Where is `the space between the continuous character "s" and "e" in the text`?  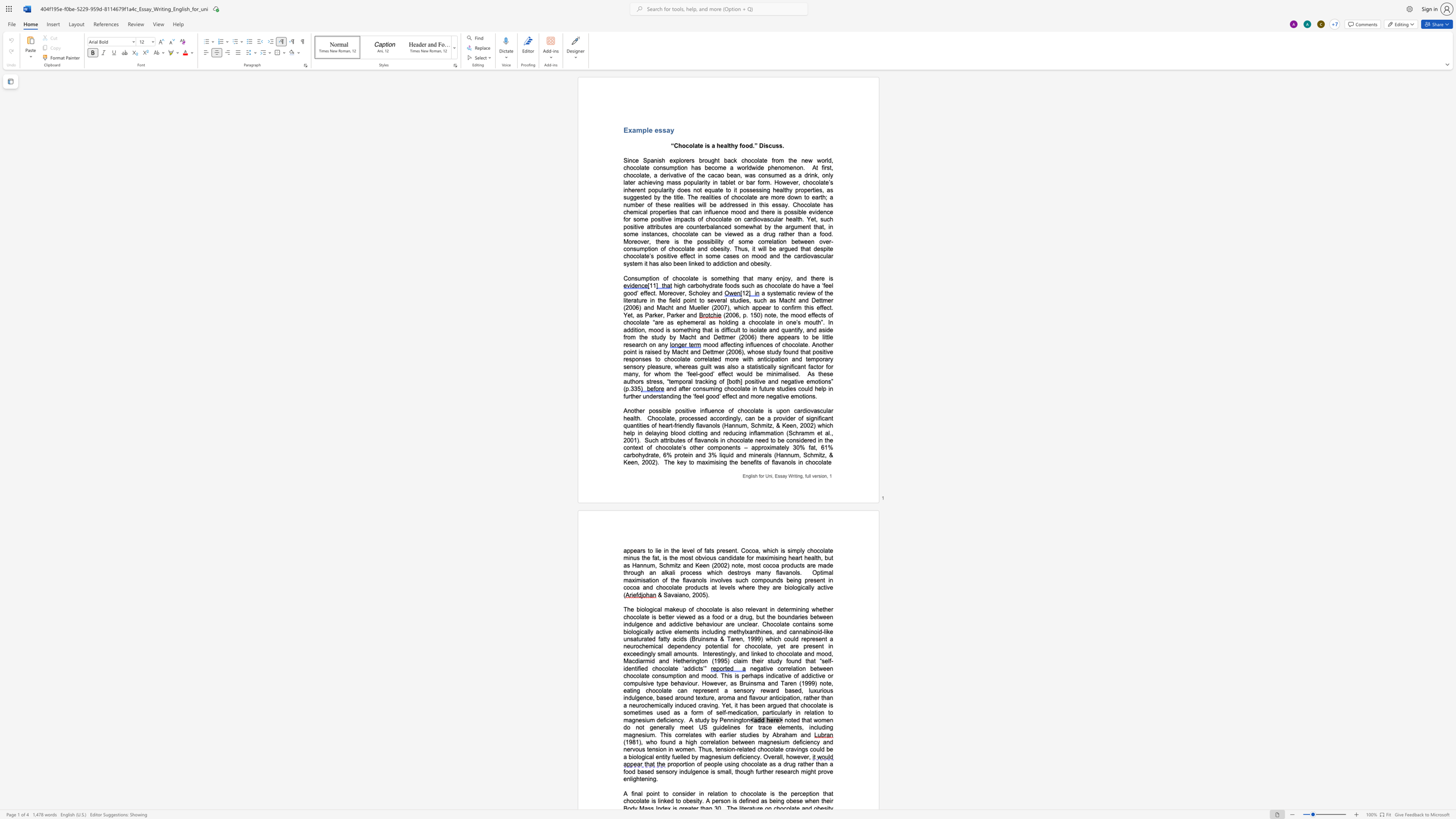
the space between the continuous character "s" and "e" in the text is located at coordinates (752, 189).